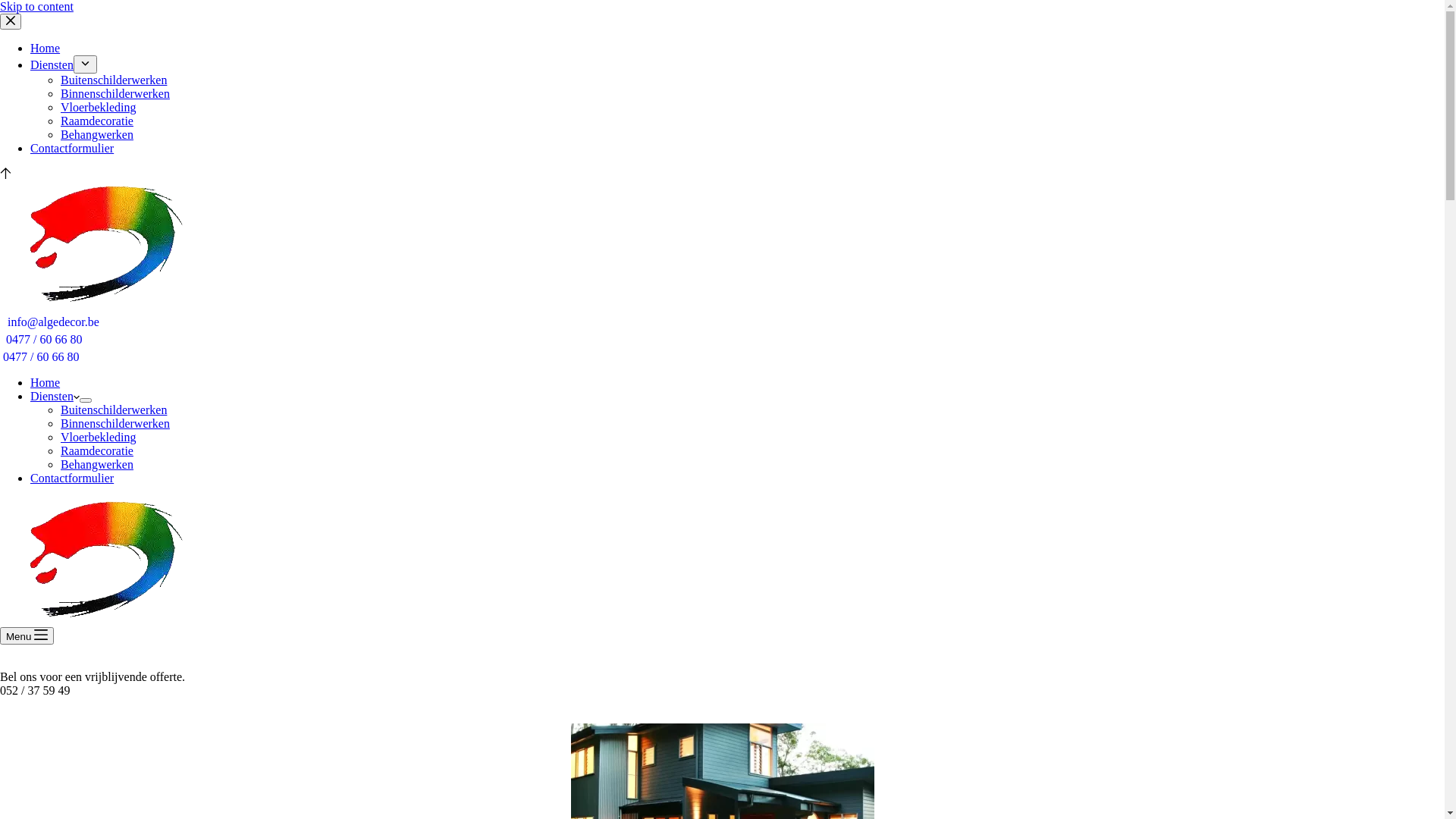 This screenshot has width=1456, height=819. What do you see at coordinates (115, 93) in the screenshot?
I see `'Binnenschilderwerken'` at bounding box center [115, 93].